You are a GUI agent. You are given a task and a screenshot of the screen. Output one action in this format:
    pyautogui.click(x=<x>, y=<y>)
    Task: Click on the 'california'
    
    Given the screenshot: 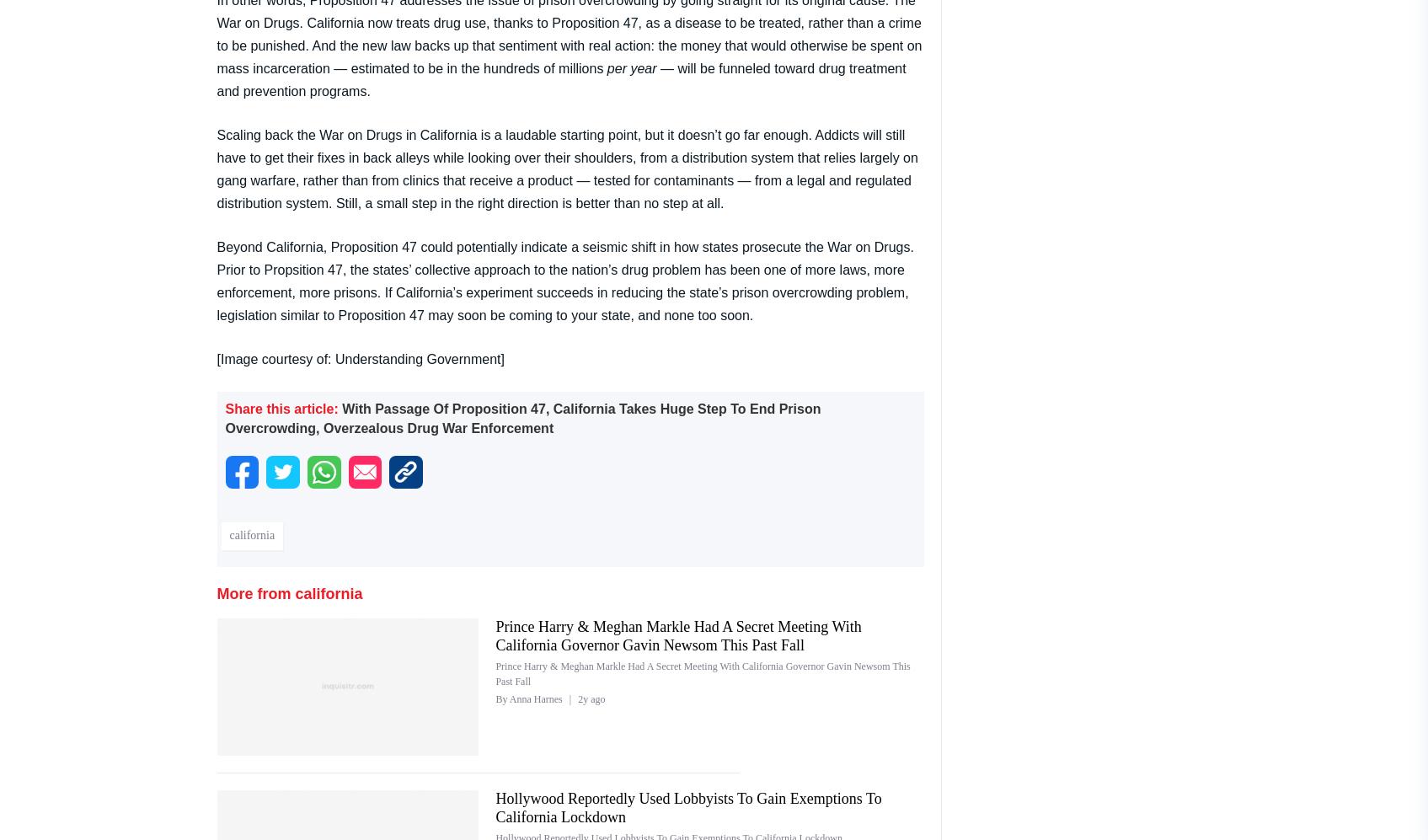 What is the action you would take?
    pyautogui.click(x=251, y=535)
    